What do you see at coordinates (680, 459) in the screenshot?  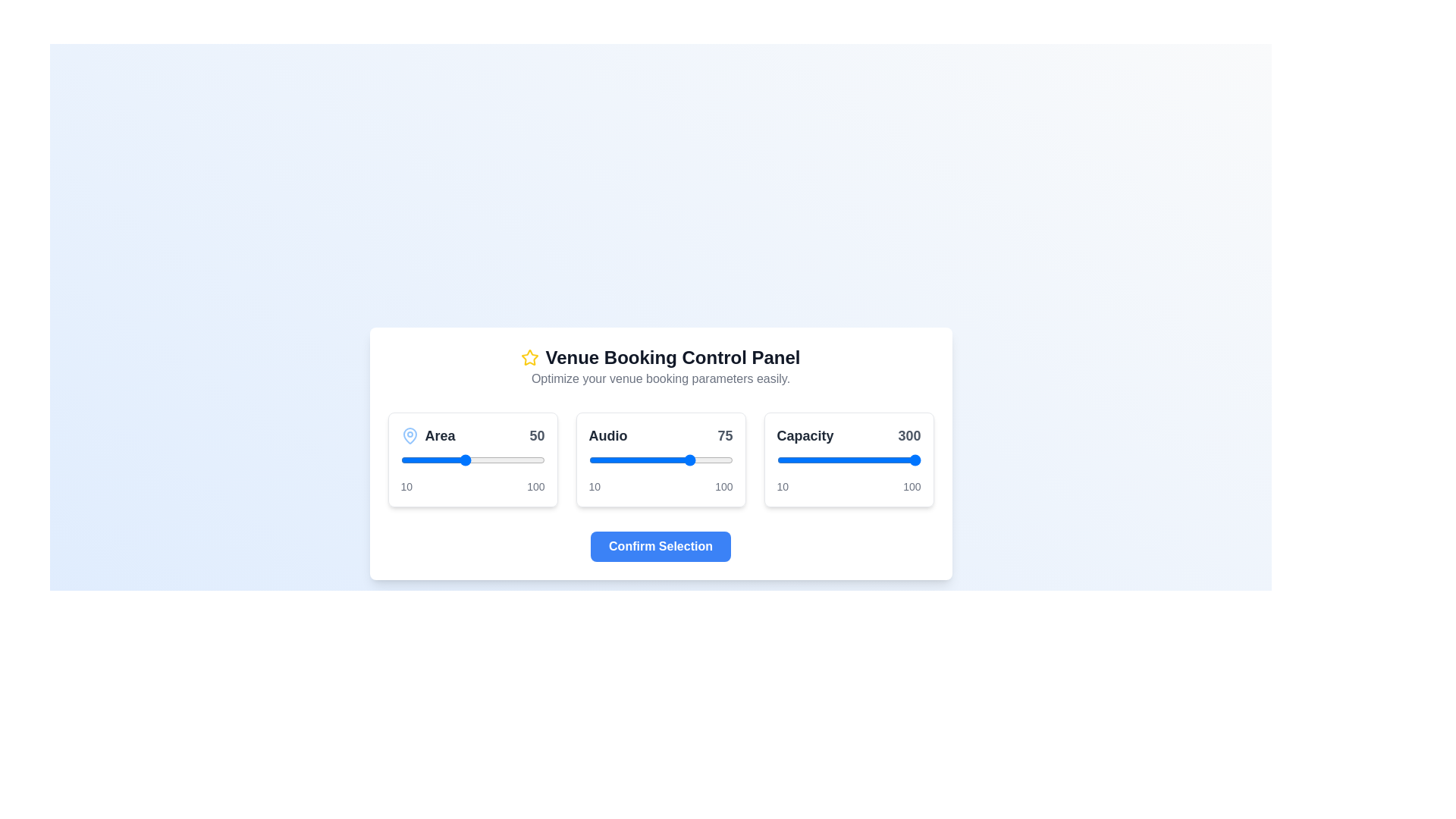 I see `the audio level` at bounding box center [680, 459].